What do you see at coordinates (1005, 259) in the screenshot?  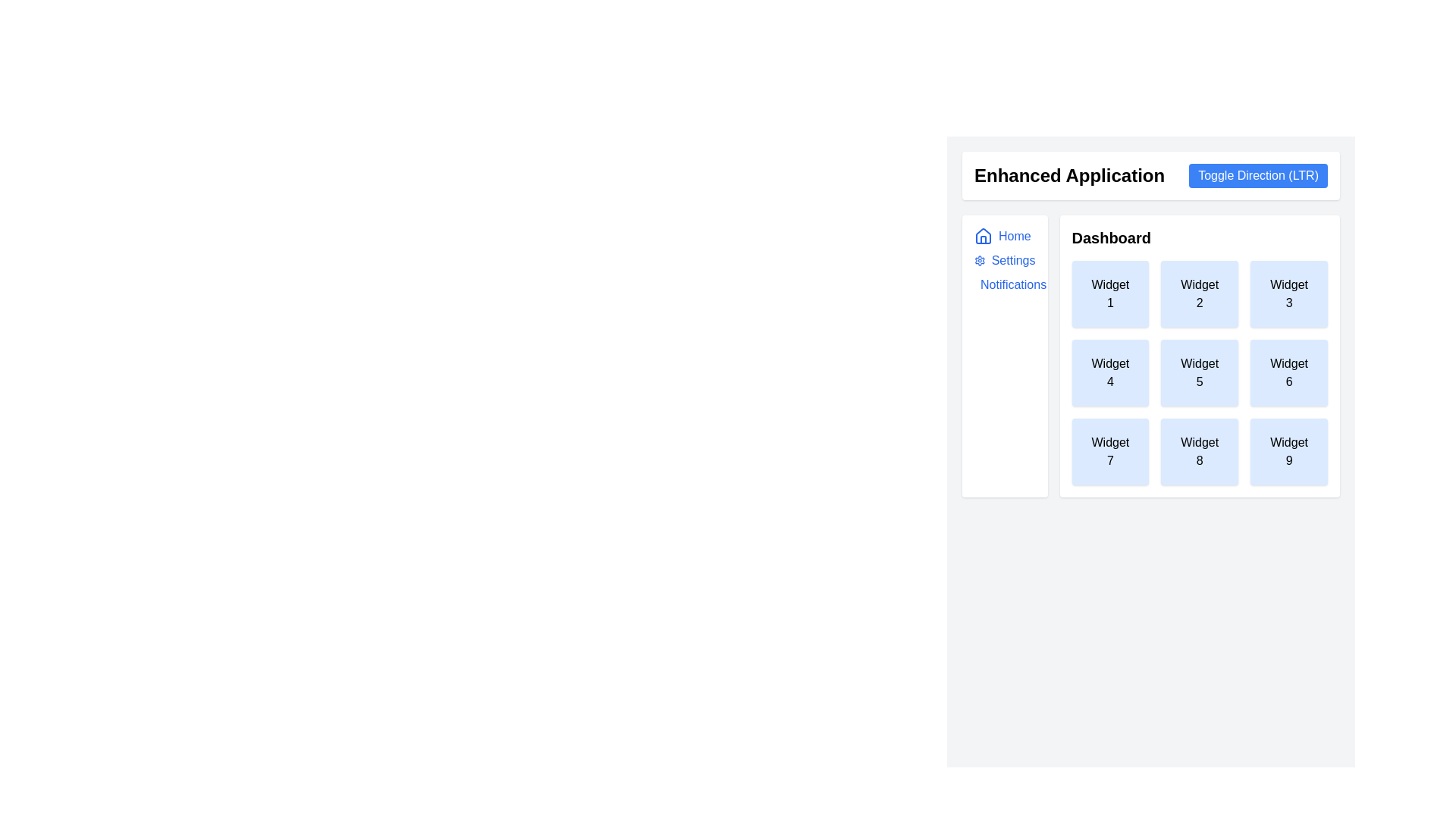 I see `the 'Settings' navigation link in the sidebar menu, which is the second option below 'Home' and above 'Notifications', featuring a blue text with a gear icon` at bounding box center [1005, 259].